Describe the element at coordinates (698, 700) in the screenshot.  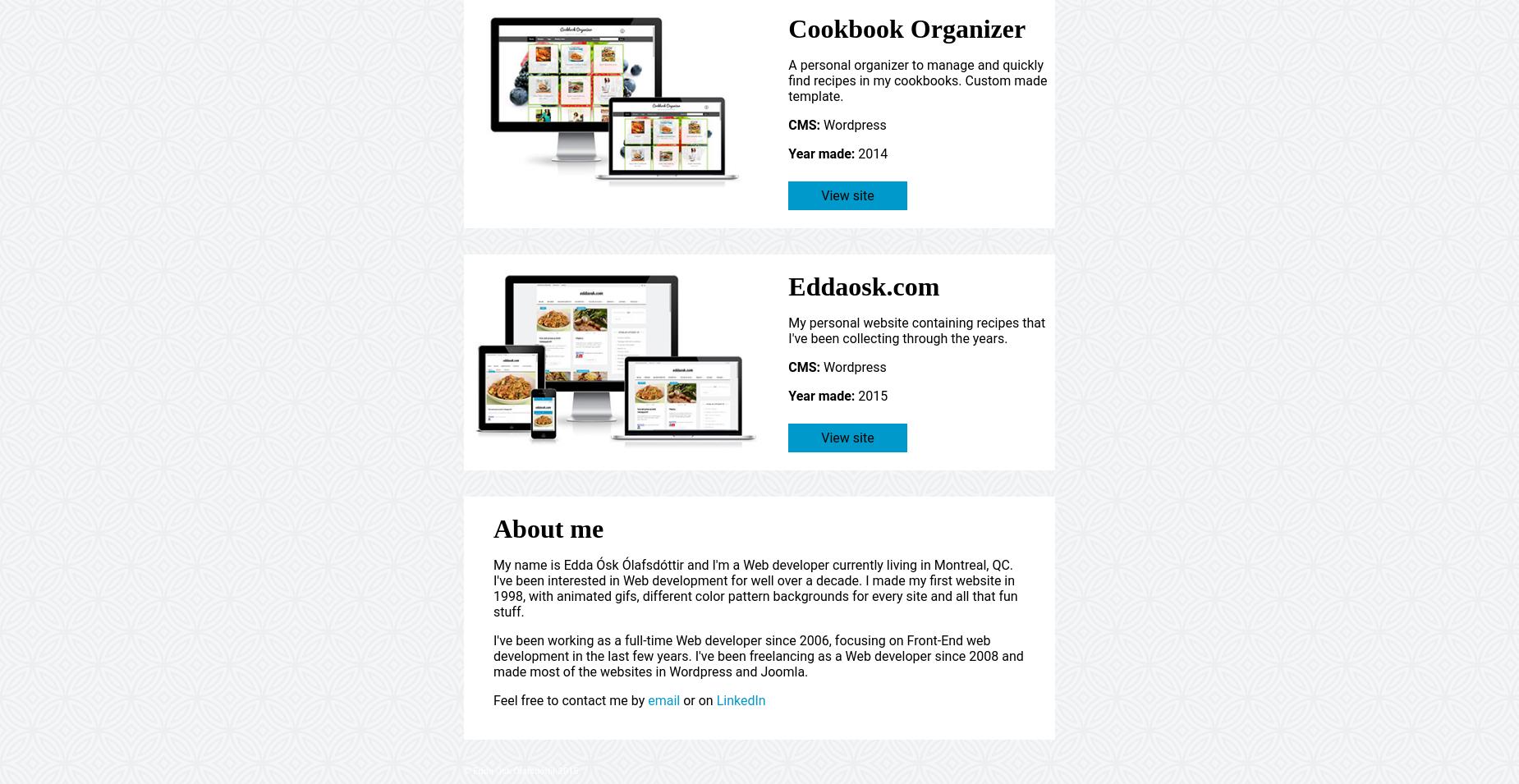
I see `'or on'` at that location.